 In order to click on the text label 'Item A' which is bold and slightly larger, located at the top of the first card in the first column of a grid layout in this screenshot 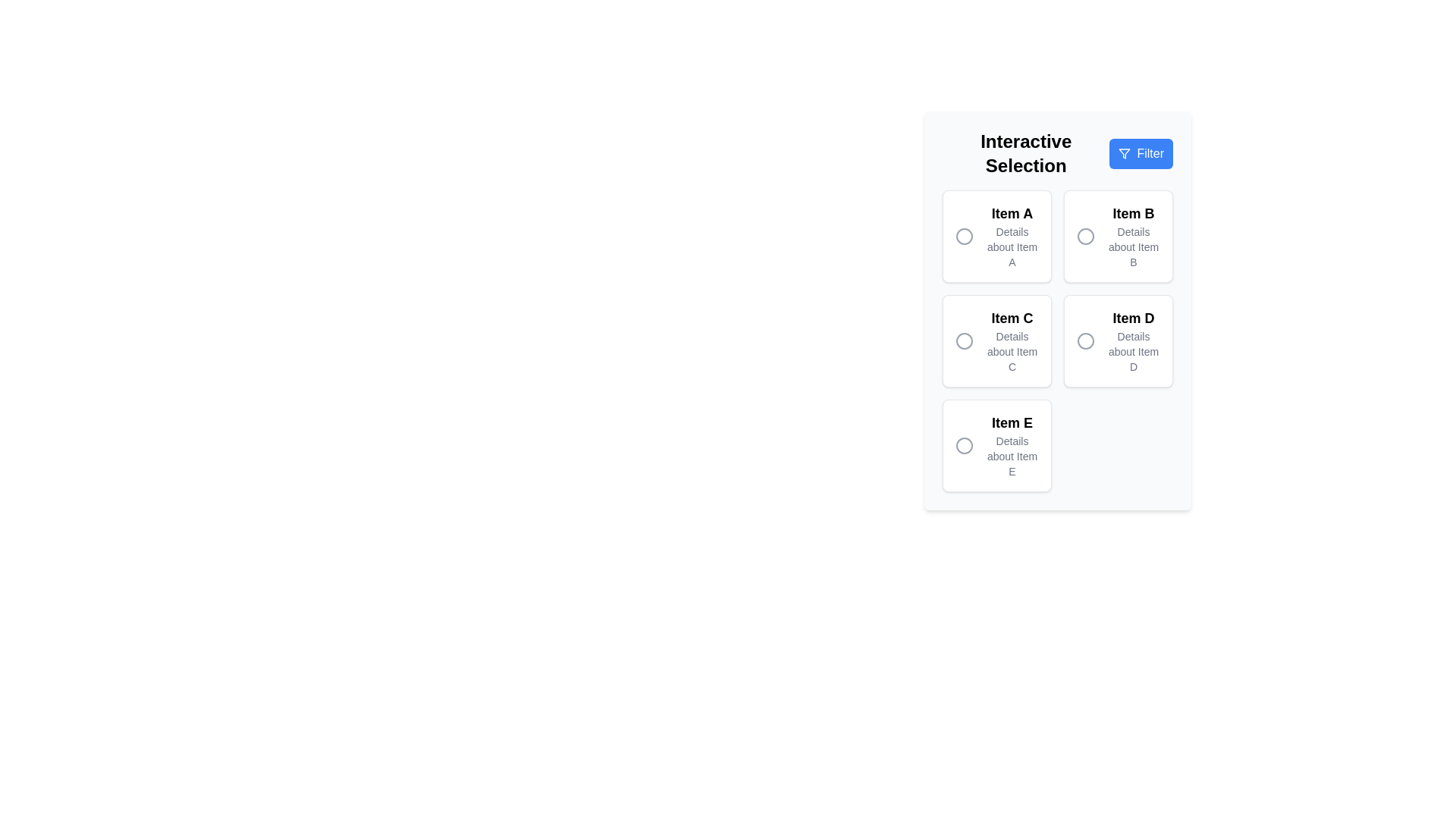, I will do `click(1012, 213)`.